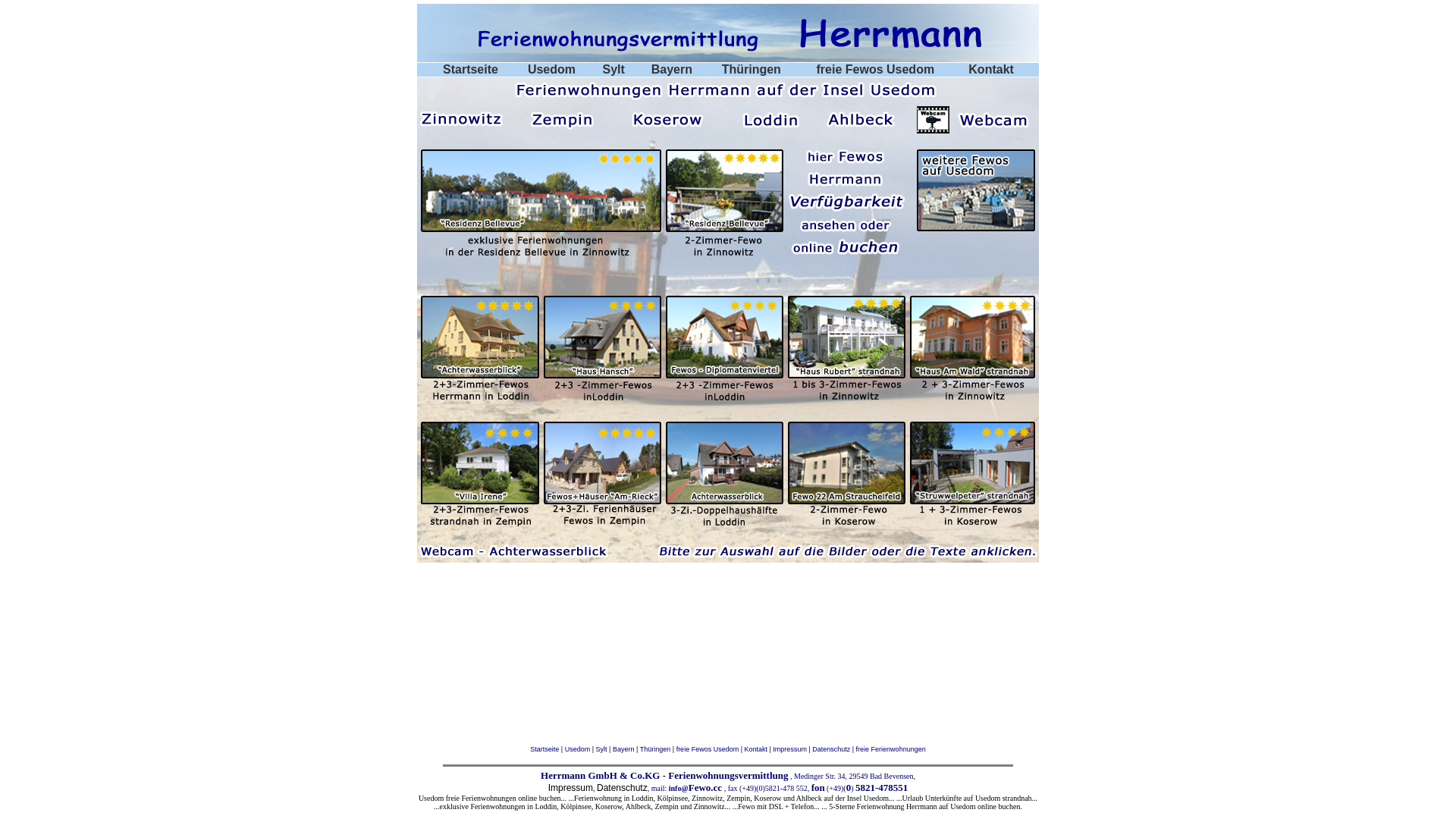  What do you see at coordinates (876, 69) in the screenshot?
I see `'freie Fewos Usedom'` at bounding box center [876, 69].